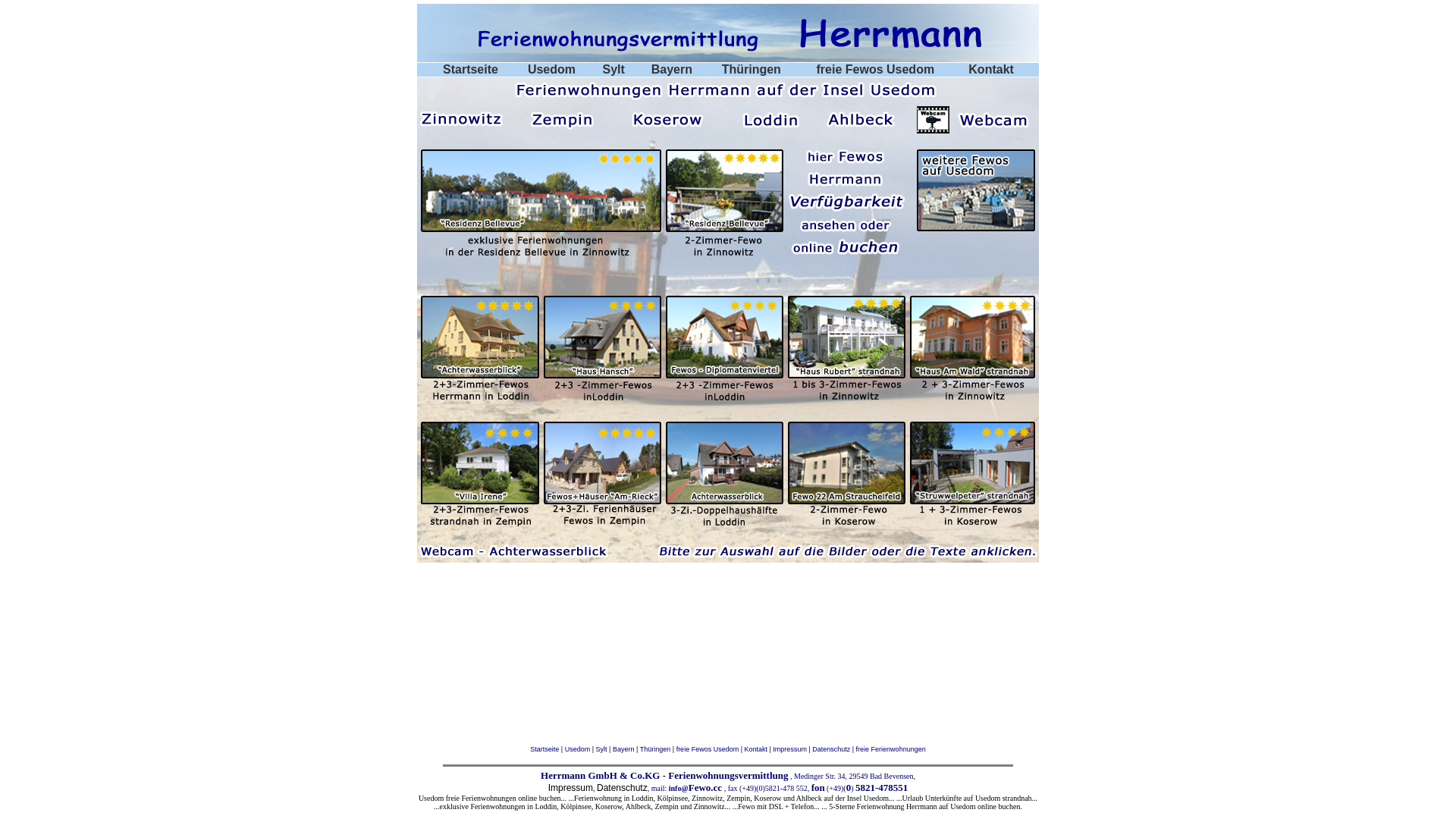  What do you see at coordinates (876, 69) in the screenshot?
I see `'freie Fewos Usedom'` at bounding box center [876, 69].